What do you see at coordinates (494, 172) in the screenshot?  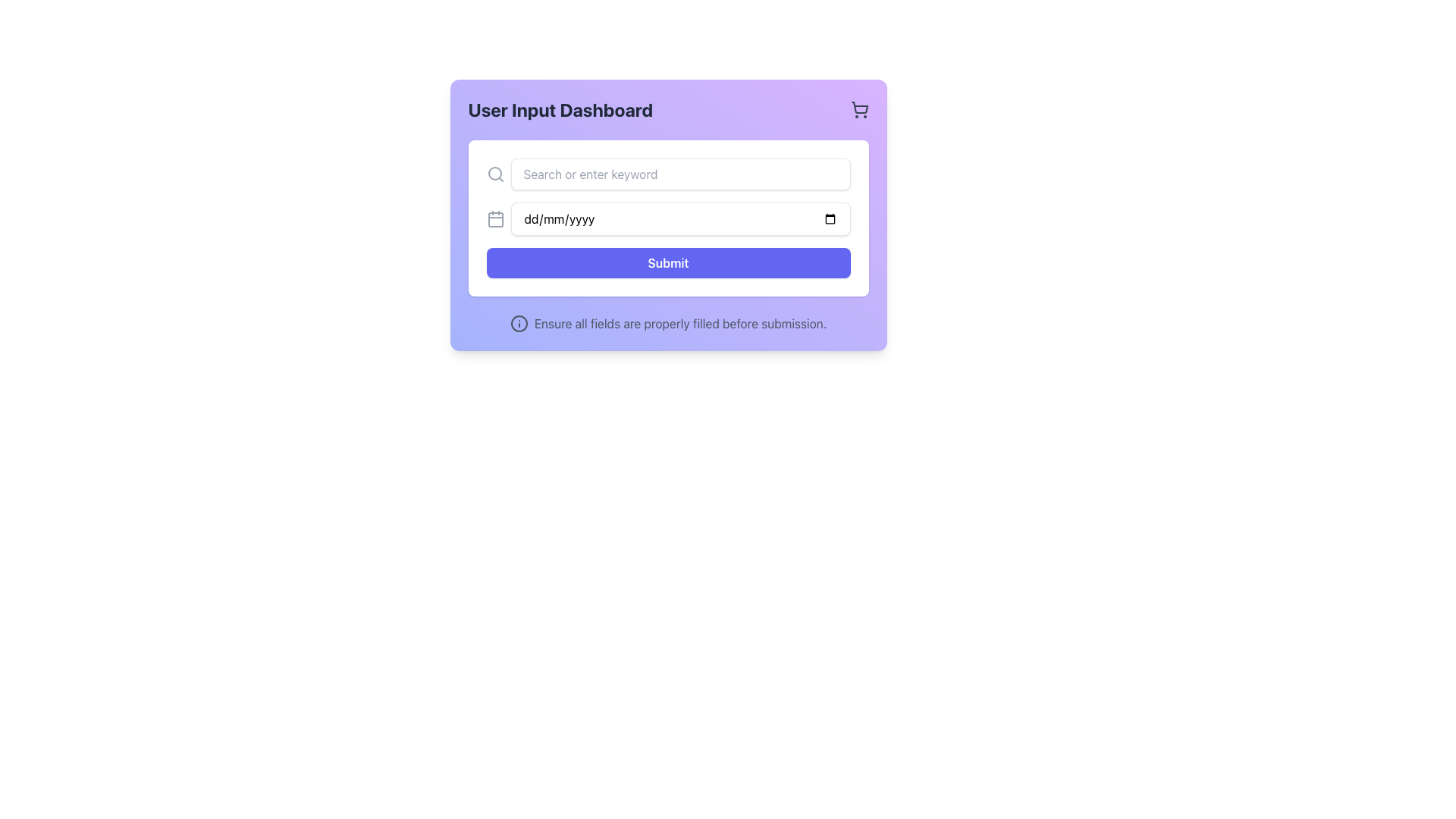 I see `the circular icon component within the magnifying glass SVG, which signifies the search feature, located at the specified coordinates` at bounding box center [494, 172].